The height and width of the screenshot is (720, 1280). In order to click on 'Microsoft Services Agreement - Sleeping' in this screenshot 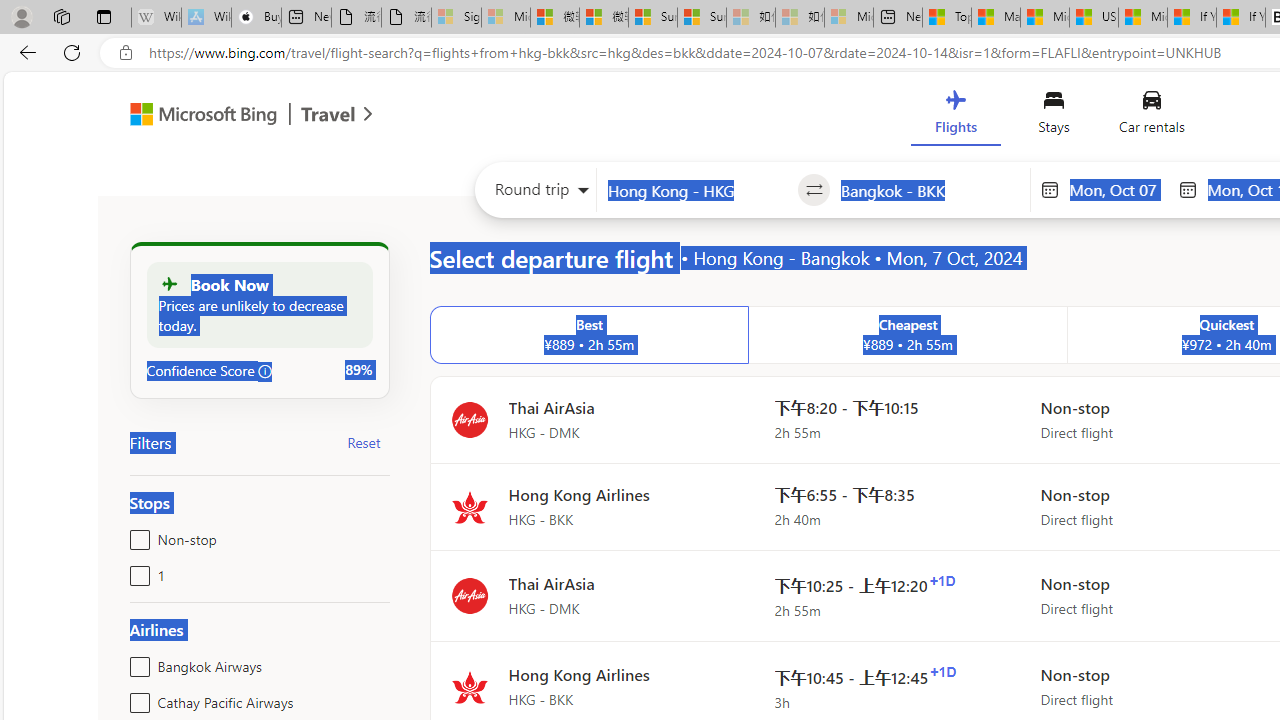, I will do `click(506, 17)`.